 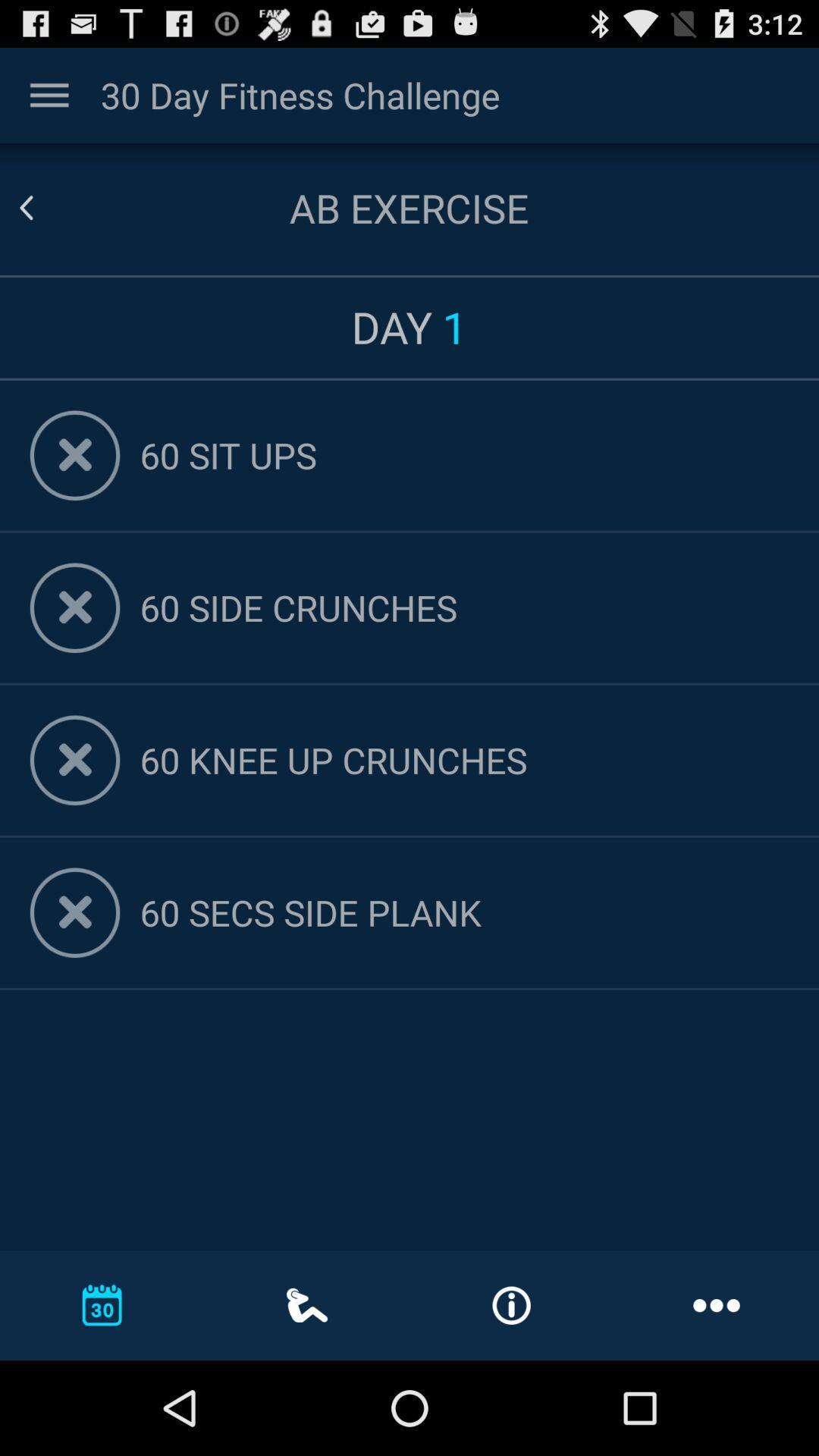 What do you see at coordinates (75, 760) in the screenshot?
I see `remove this exercice` at bounding box center [75, 760].